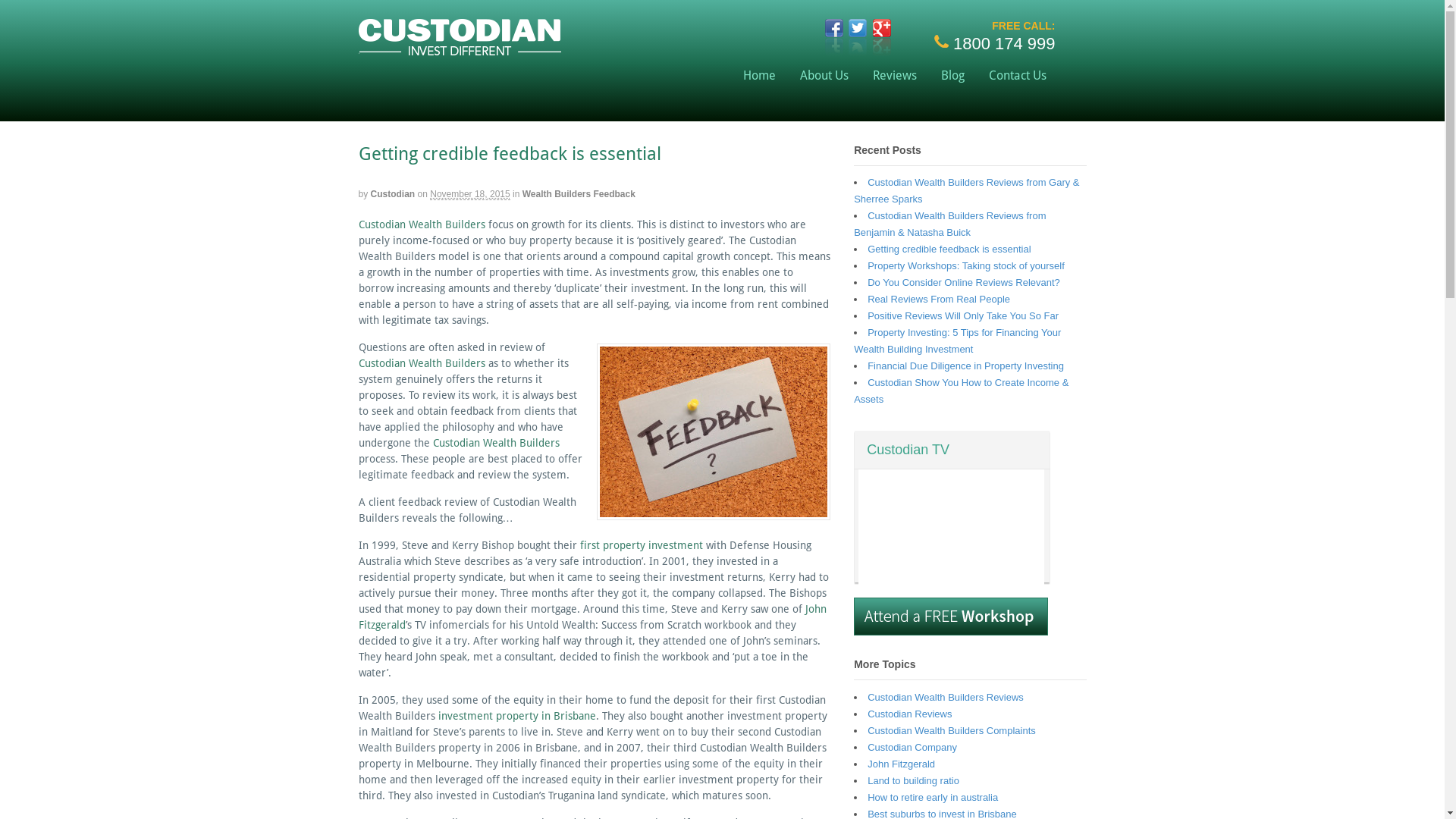 The width and height of the screenshot is (1456, 819). I want to click on 'Custodian Reviews', so click(909, 714).